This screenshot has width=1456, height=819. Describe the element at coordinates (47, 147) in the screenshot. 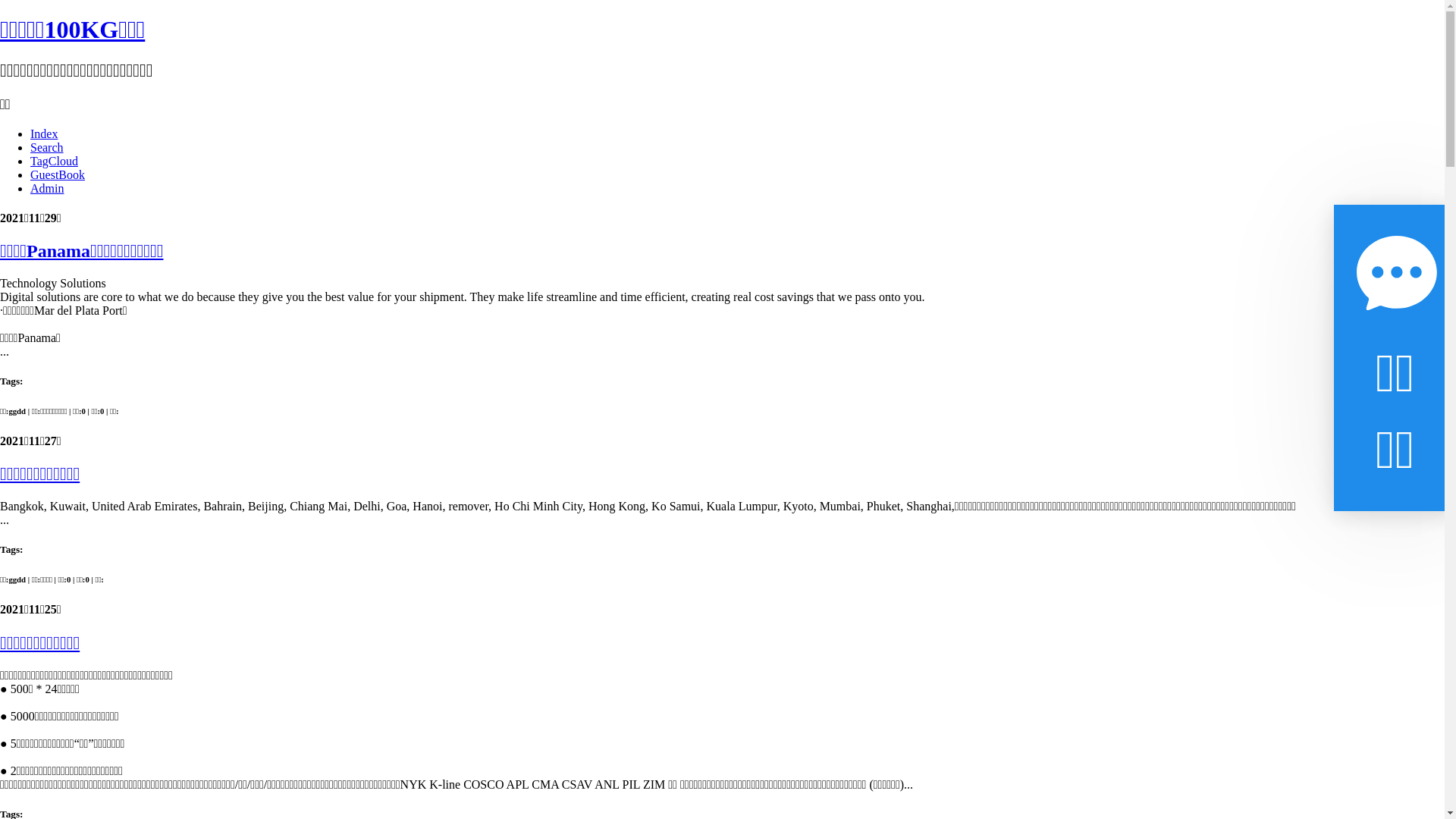

I see `'Search'` at that location.